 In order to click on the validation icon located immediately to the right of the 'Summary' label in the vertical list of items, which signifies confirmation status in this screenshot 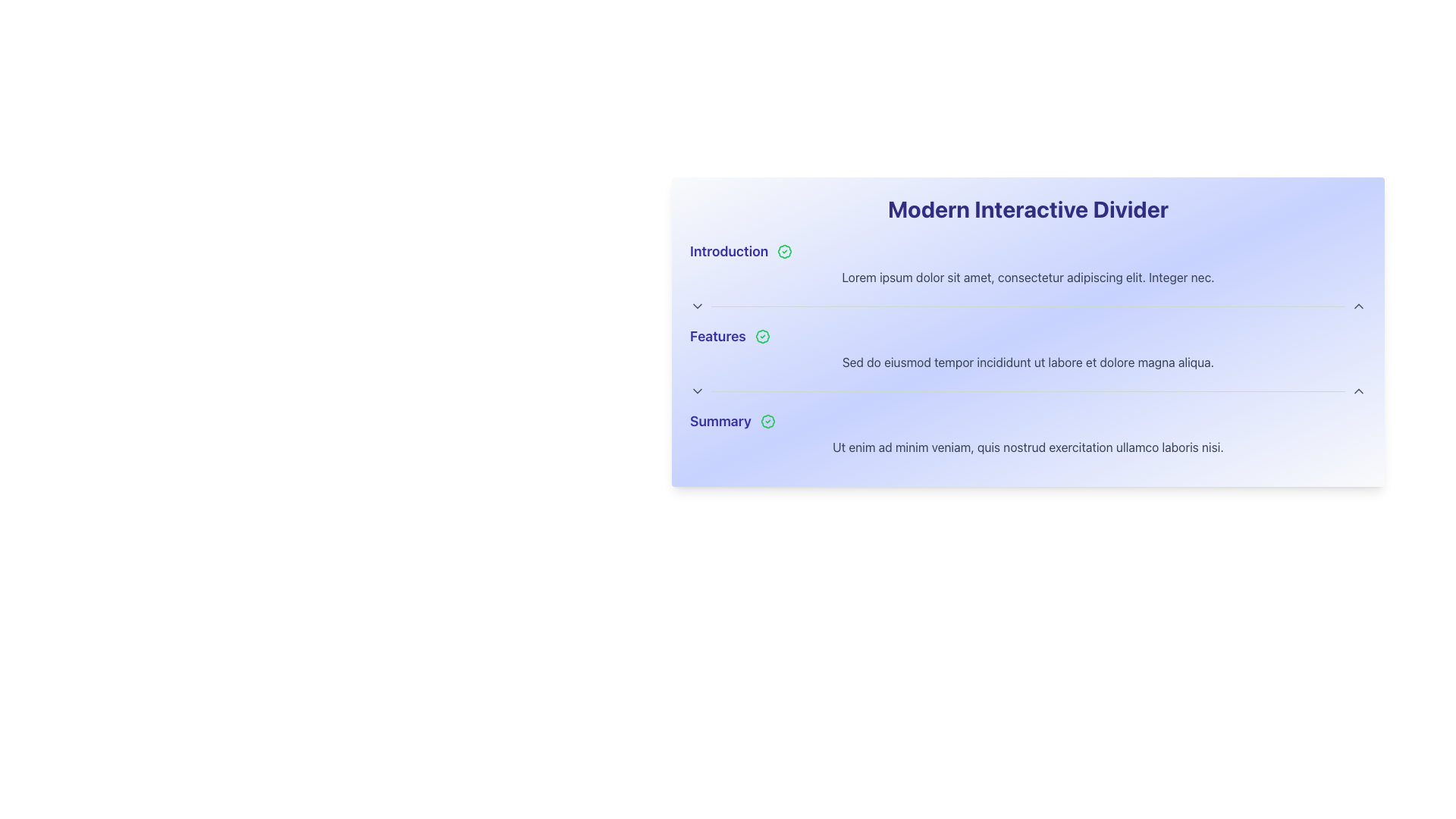, I will do `click(767, 421)`.